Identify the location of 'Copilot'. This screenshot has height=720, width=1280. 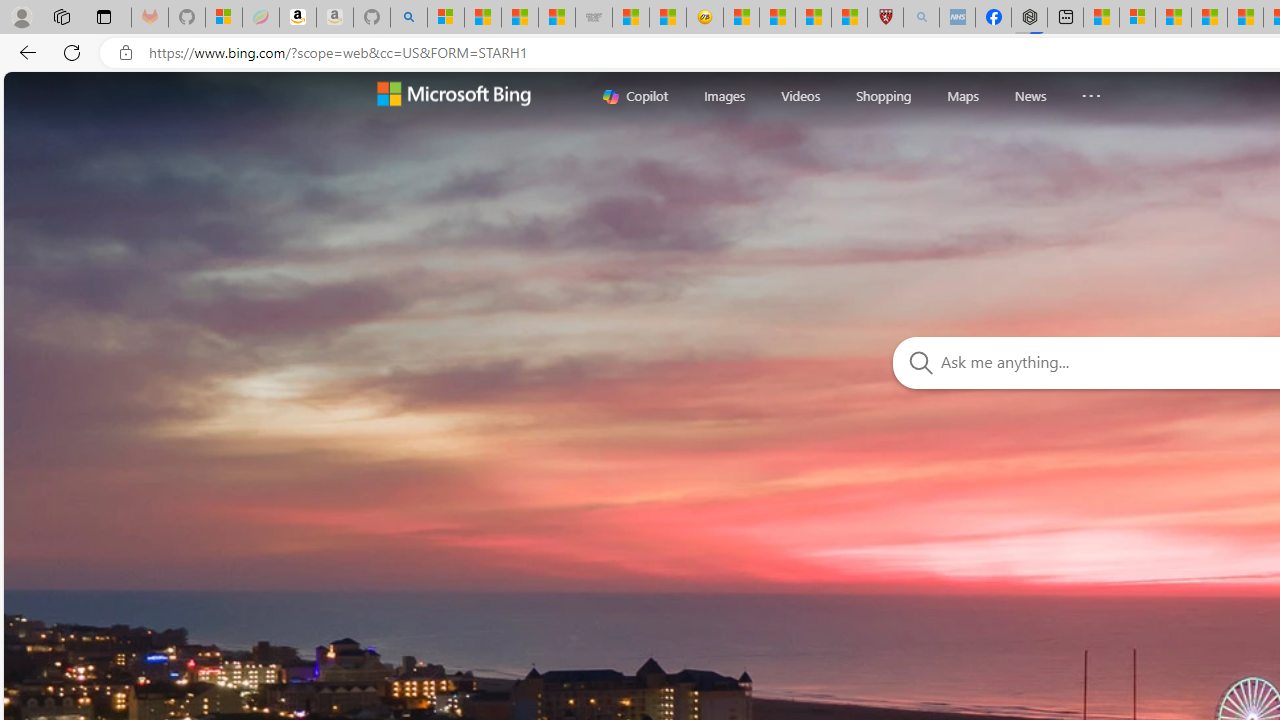
(634, 95).